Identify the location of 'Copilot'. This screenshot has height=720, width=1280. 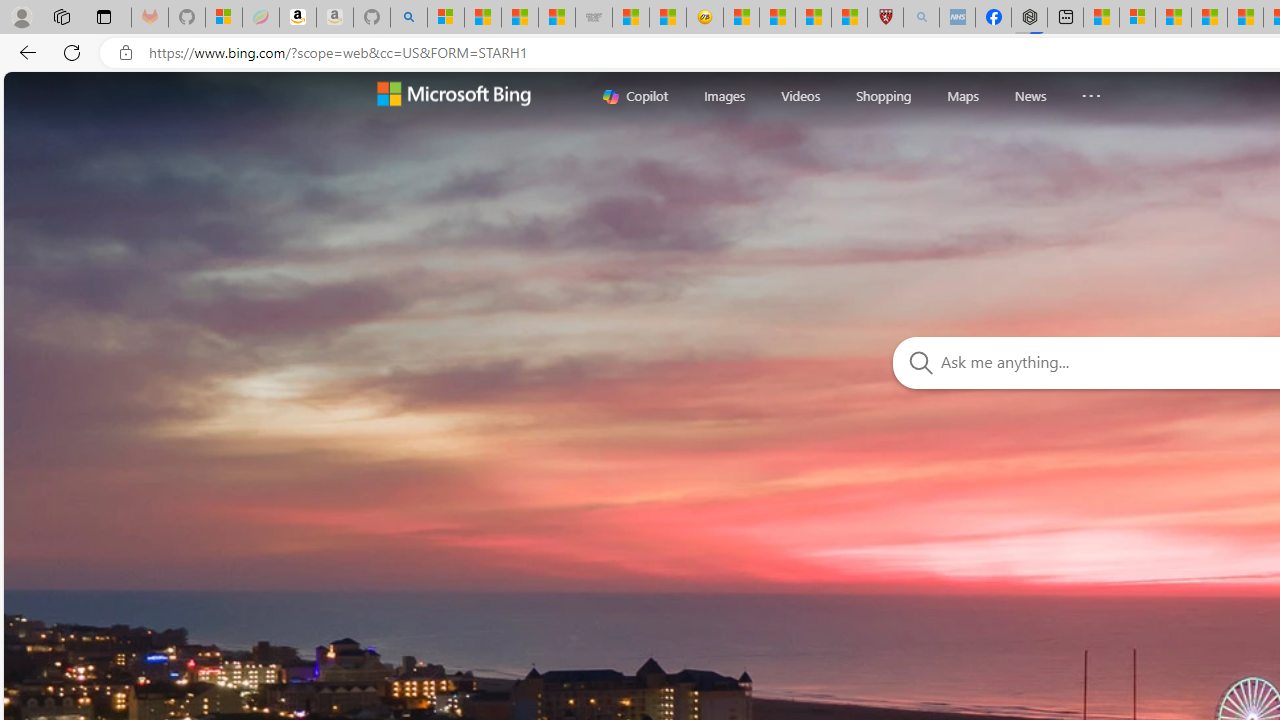
(634, 95).